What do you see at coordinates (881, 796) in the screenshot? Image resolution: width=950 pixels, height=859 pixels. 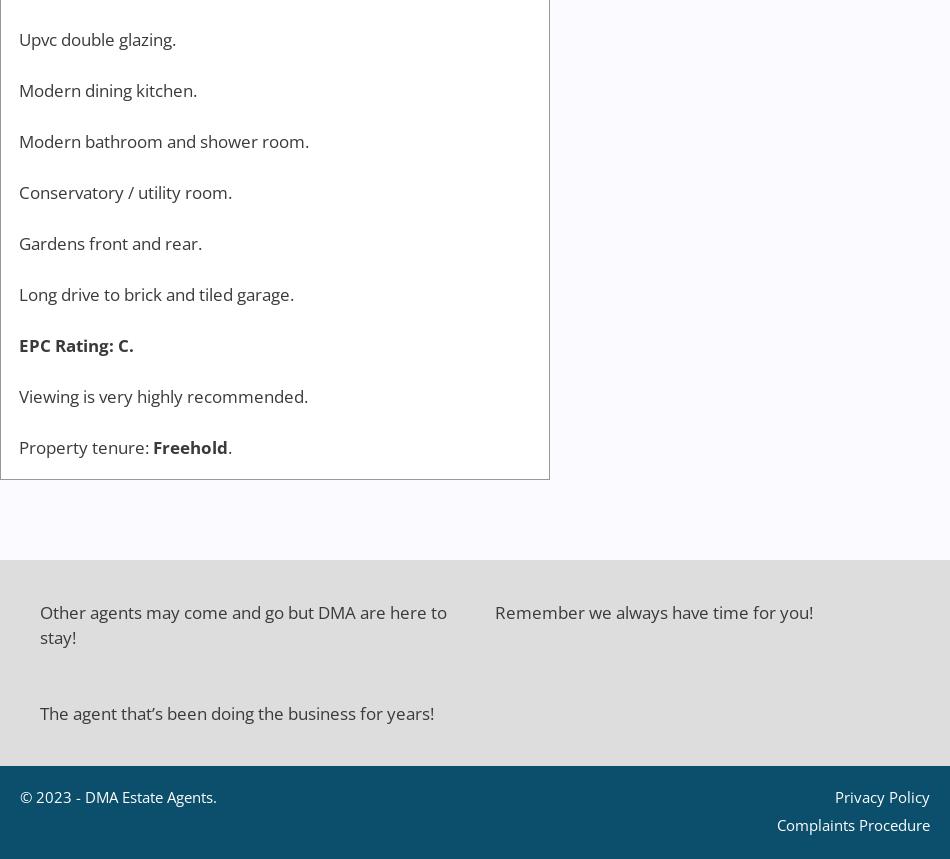 I see `'Privacy Policy'` at bounding box center [881, 796].